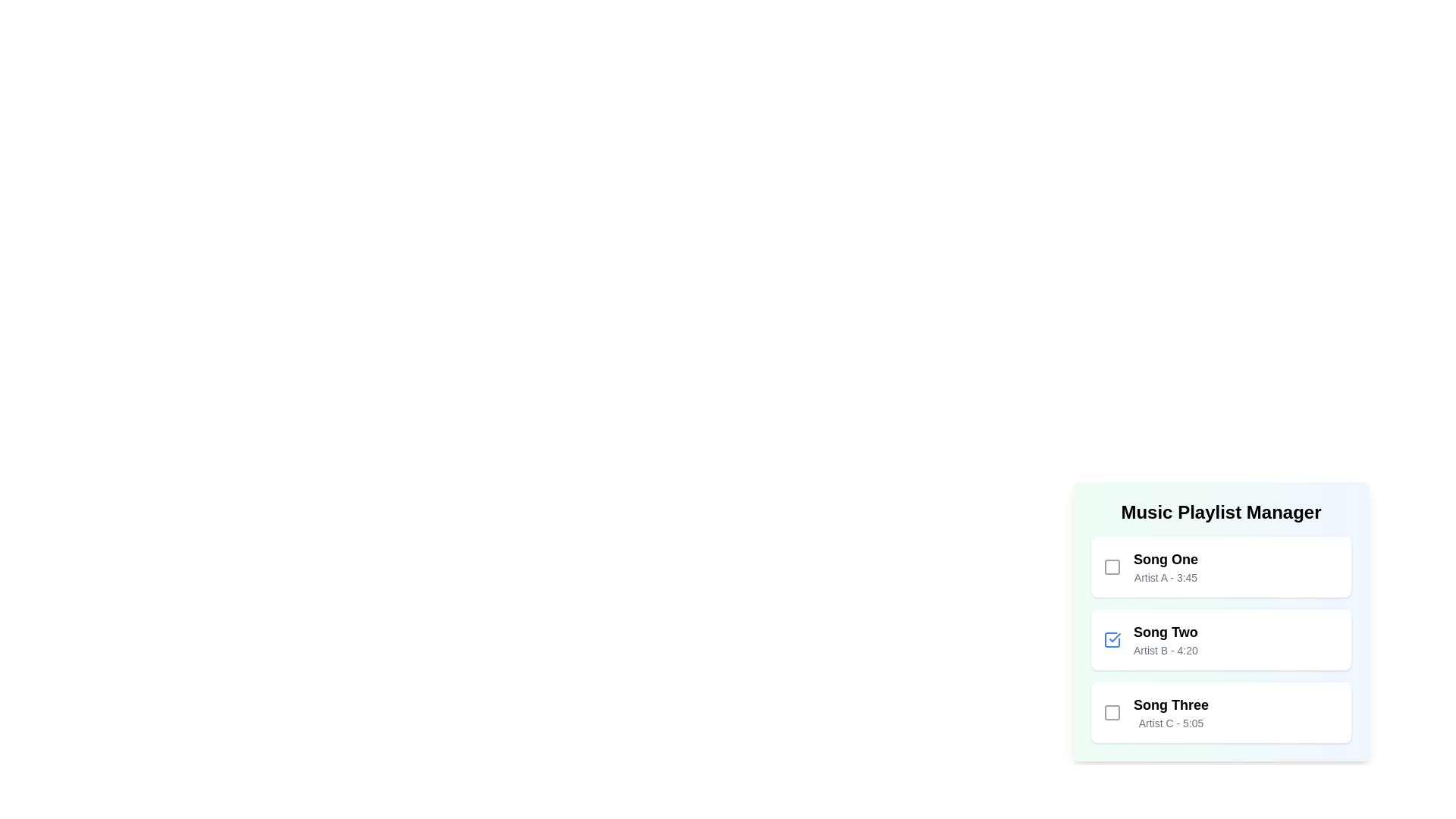  Describe the element at coordinates (1112, 567) in the screenshot. I see `the checkbox located to the far left of the 'Song One' entry, which has a gray border and a white center` at that location.